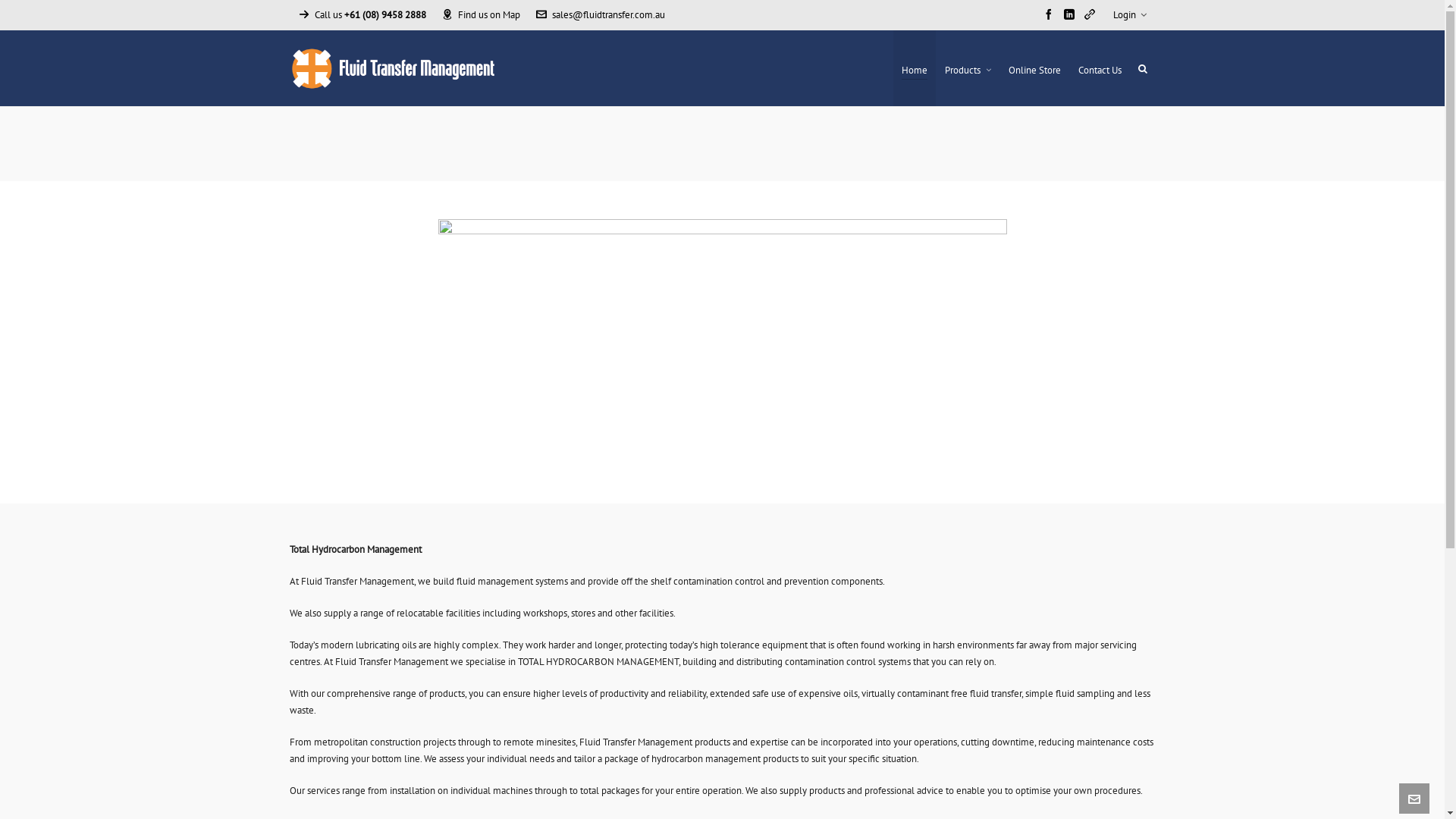 Image resolution: width=1456 pixels, height=819 pixels. Describe the element at coordinates (599, 14) in the screenshot. I see `'sales@fluidtransfer.com.au'` at that location.